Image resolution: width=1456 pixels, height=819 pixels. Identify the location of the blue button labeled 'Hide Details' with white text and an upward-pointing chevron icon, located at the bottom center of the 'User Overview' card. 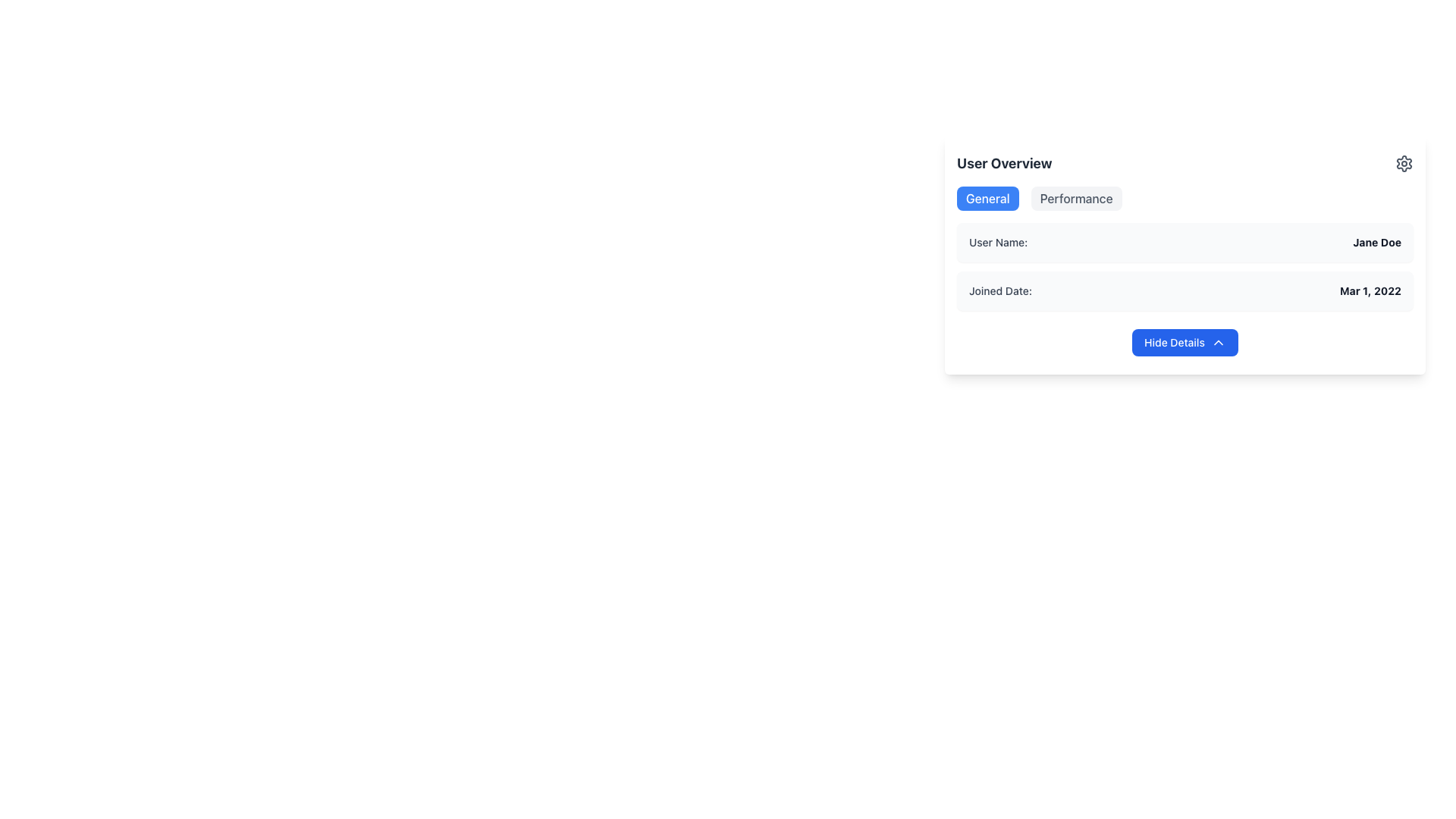
(1185, 342).